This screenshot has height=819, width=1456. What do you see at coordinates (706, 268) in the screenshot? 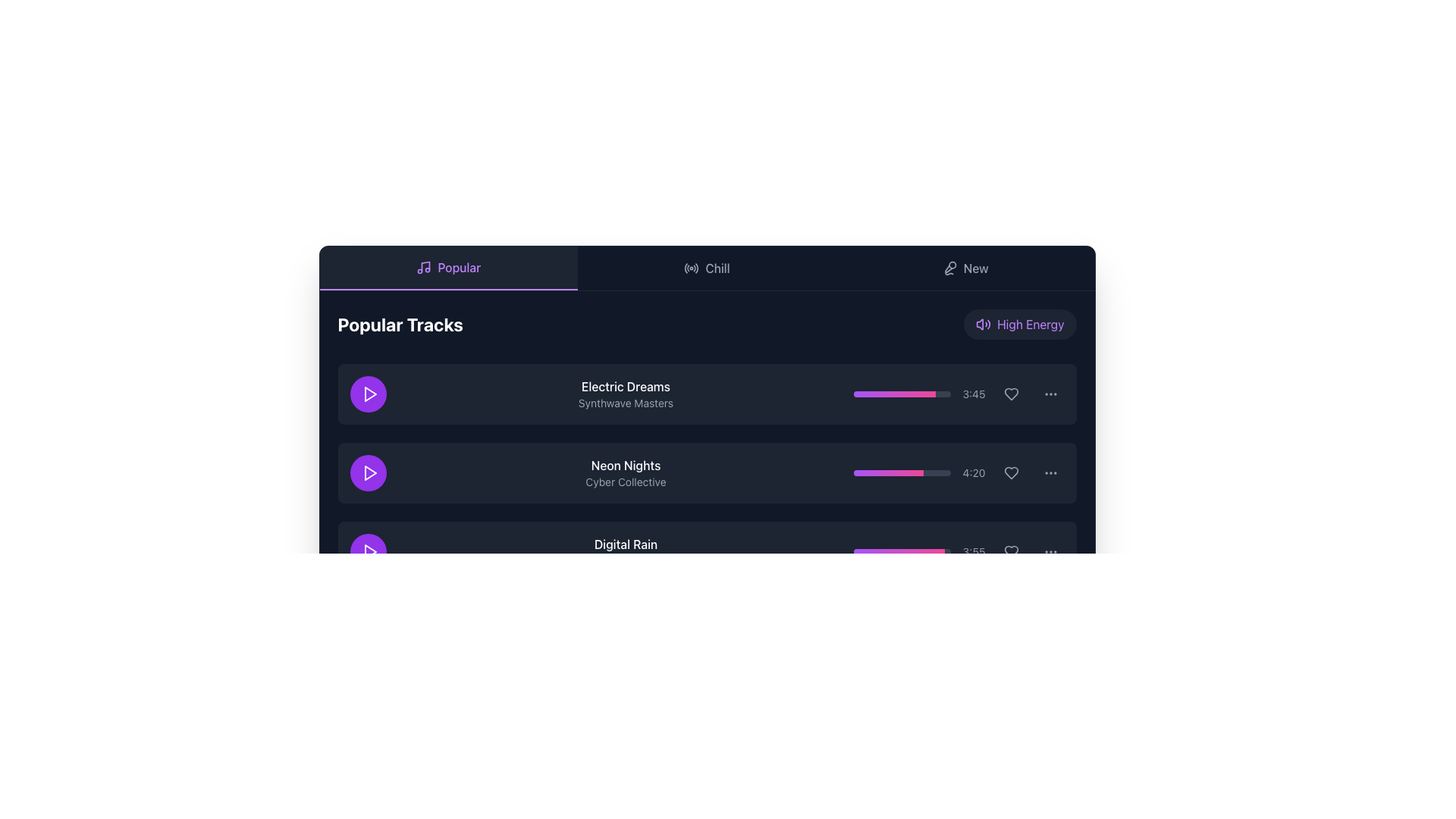
I see `the 'Chill' button, which features the word 'Chill' and a radio wave icon on its left` at bounding box center [706, 268].